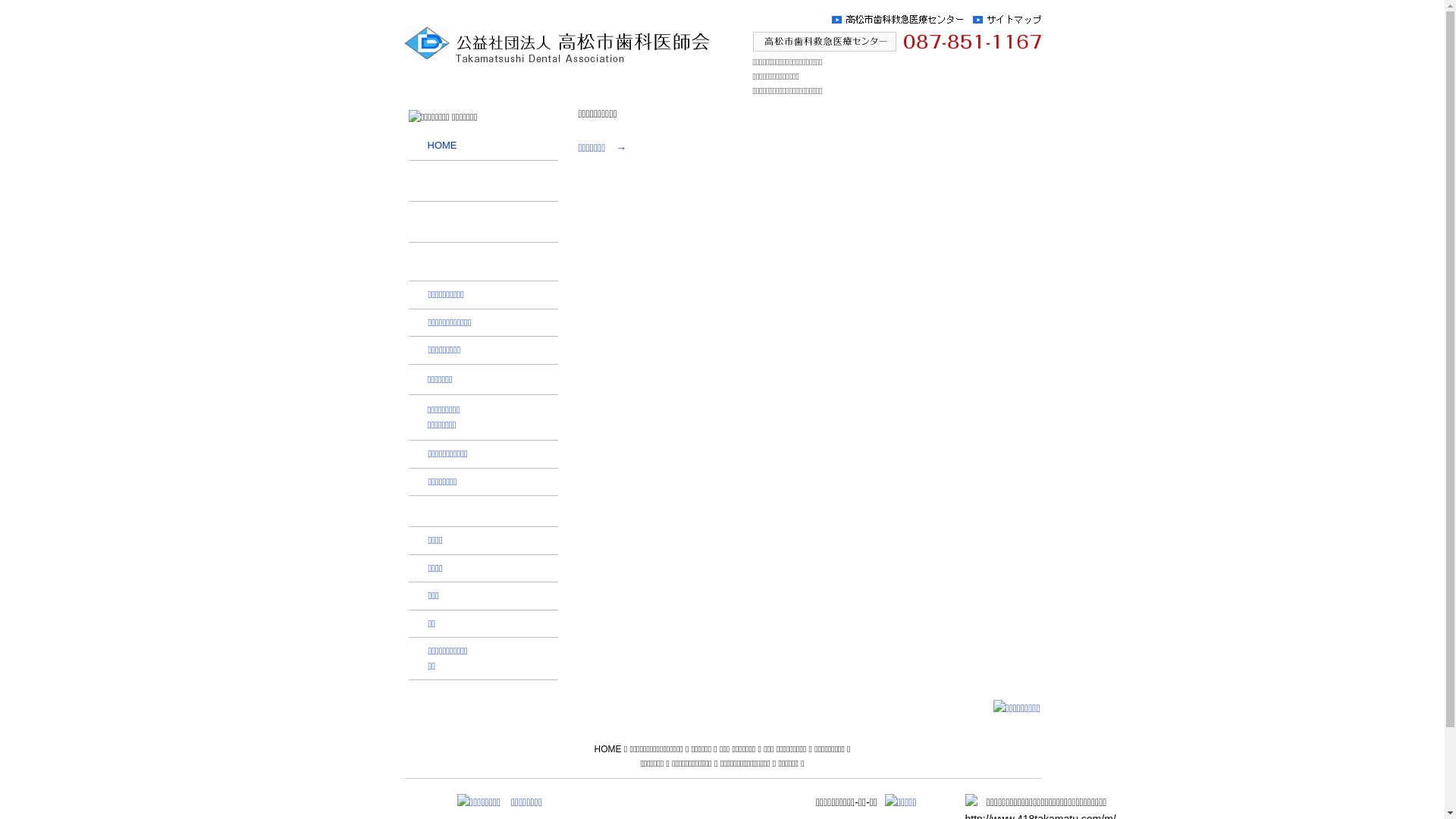 The height and width of the screenshot is (819, 1456). I want to click on 'HOME', so click(592, 748).